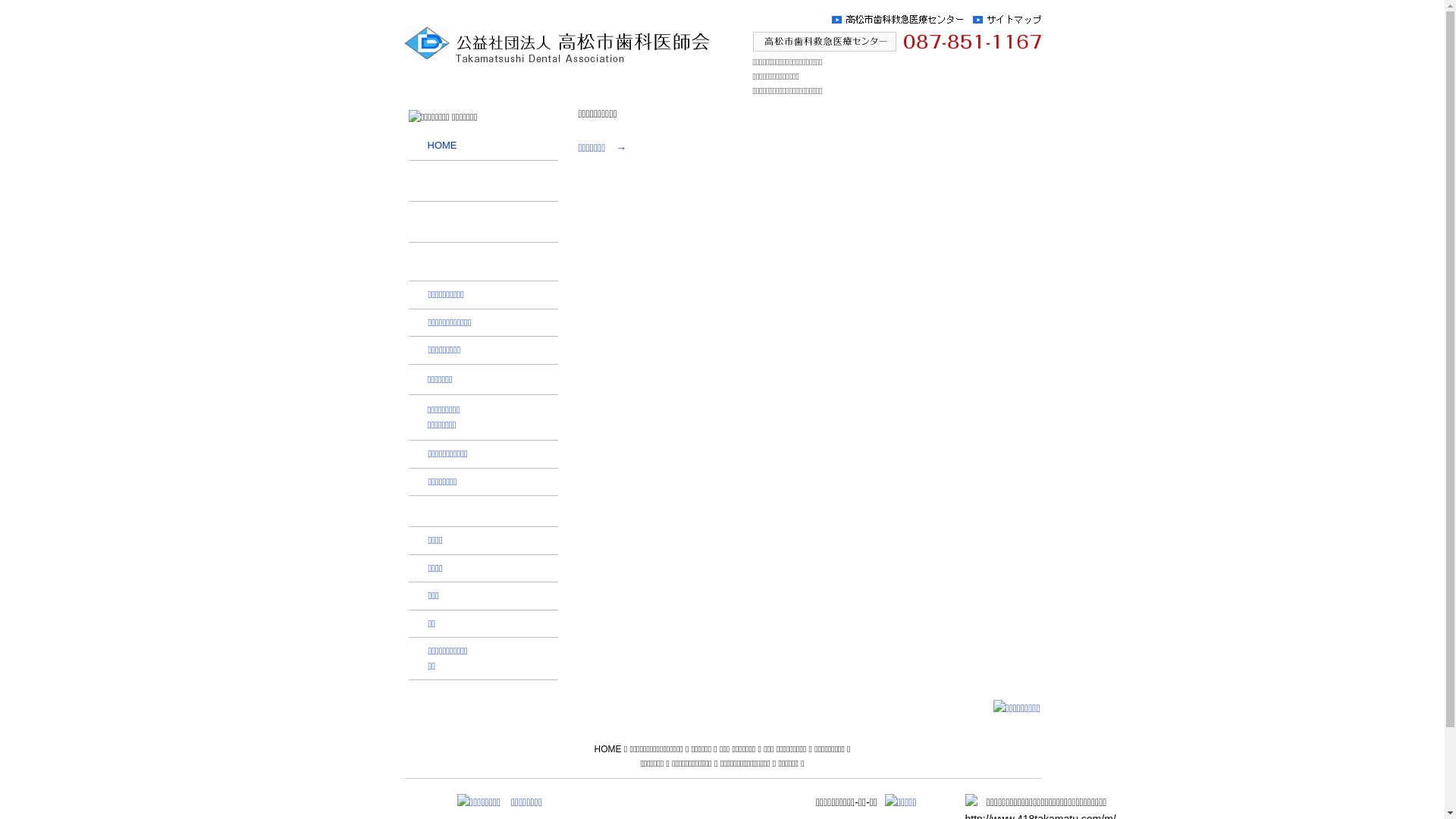 The height and width of the screenshot is (819, 1456). I want to click on 'HOME', so click(592, 748).